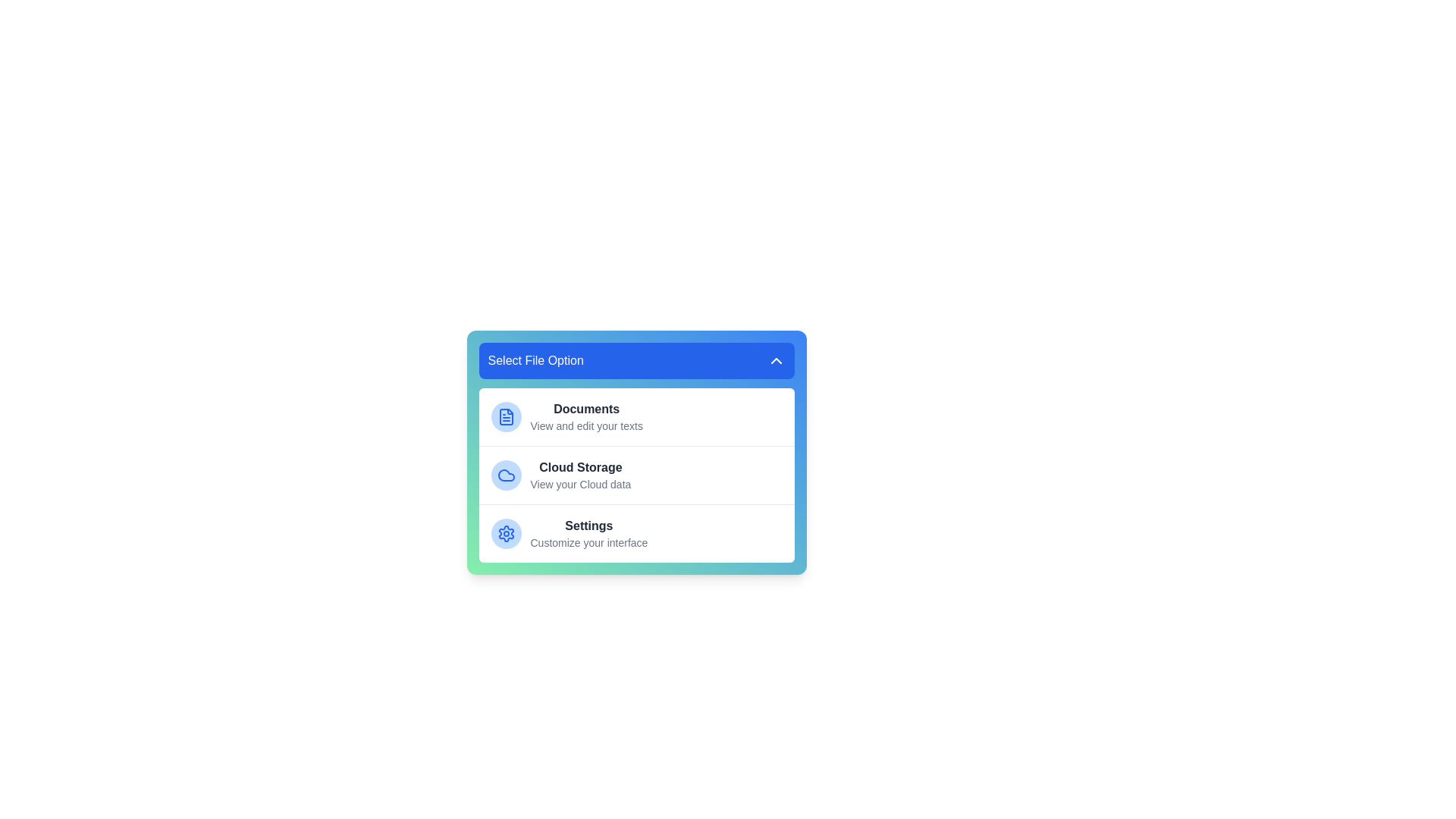 The image size is (1456, 819). Describe the element at coordinates (585, 417) in the screenshot. I see `the 'Documents' text label, which is the first item in the vertically stacked menu pane above 'Cloud Storage' and 'Settings'` at that location.